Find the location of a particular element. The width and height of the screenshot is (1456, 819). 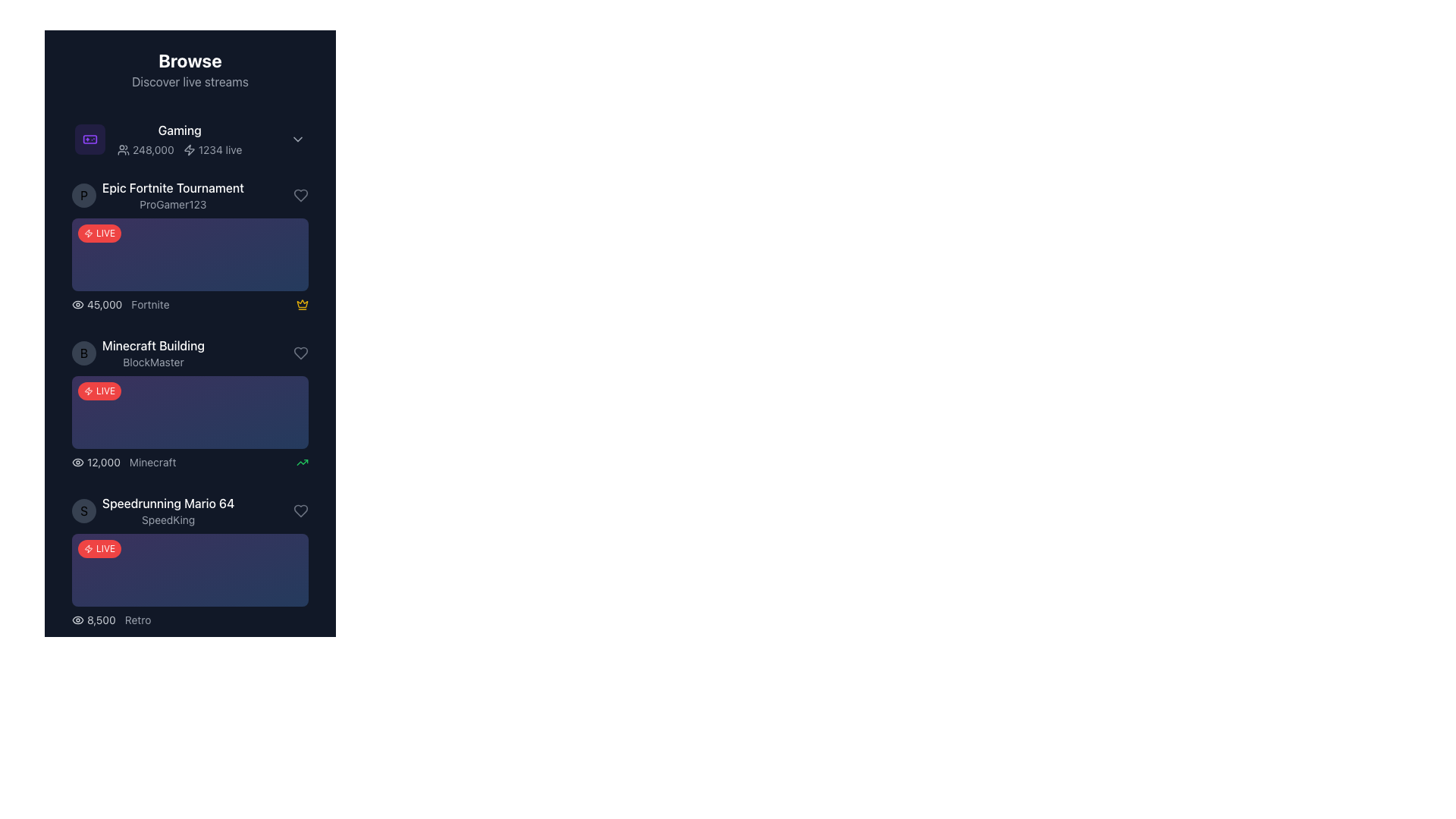

the heart-shaped favorite icon associated with the 'Minecraft Building' list entry to observe hover effects is located at coordinates (301, 195).